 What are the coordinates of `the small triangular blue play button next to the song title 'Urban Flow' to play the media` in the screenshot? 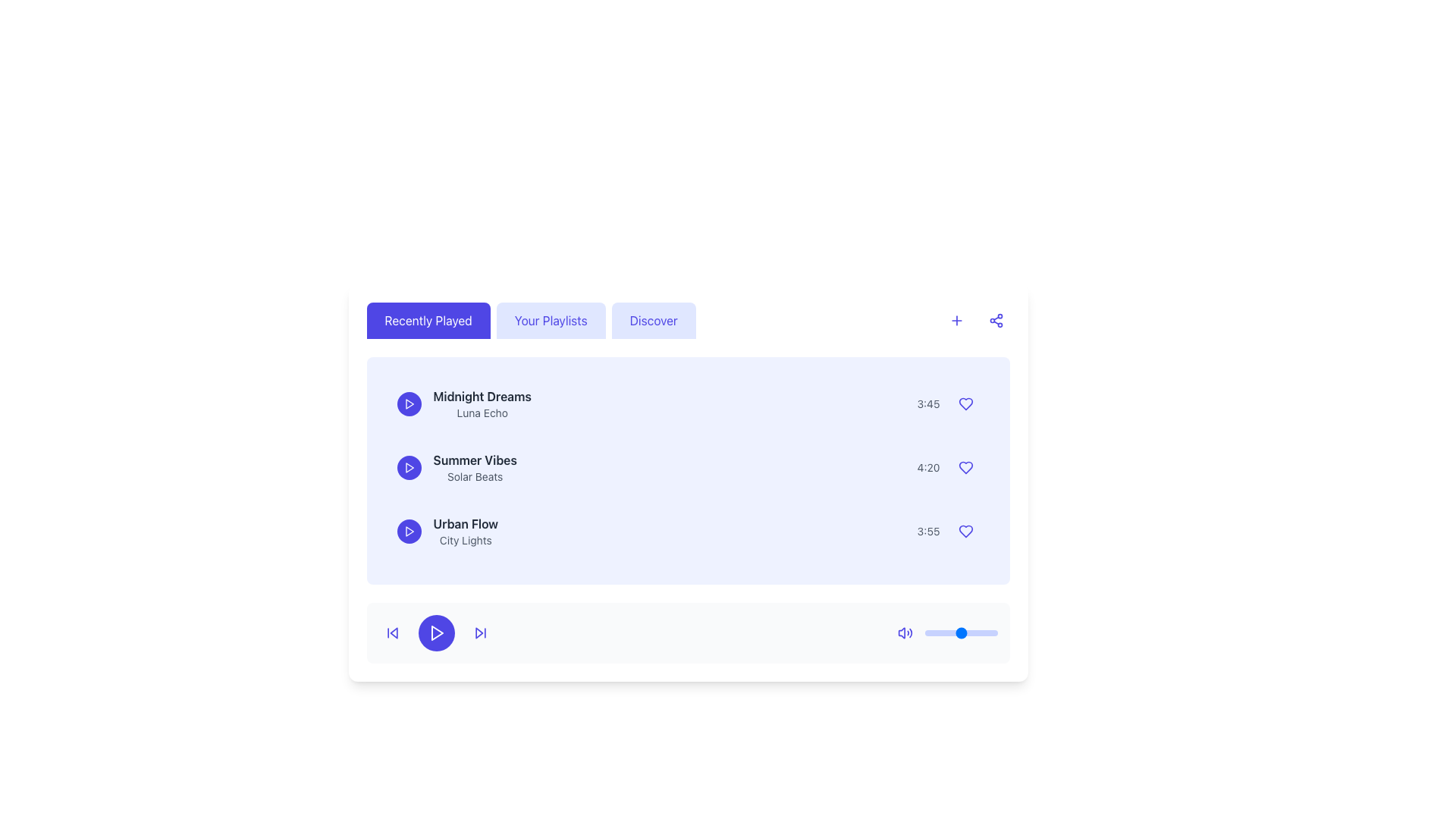 It's located at (409, 531).